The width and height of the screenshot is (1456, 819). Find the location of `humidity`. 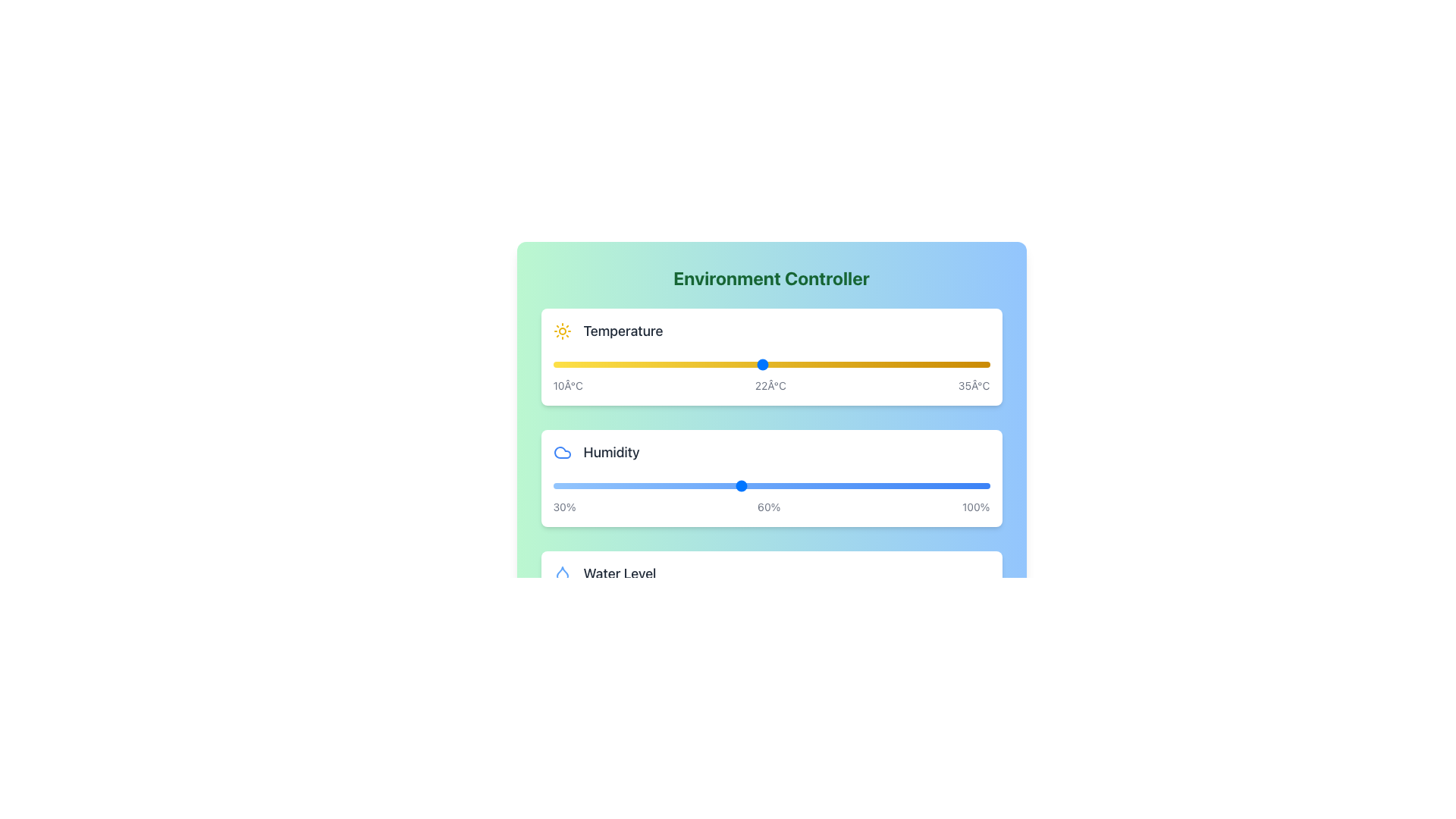

humidity is located at coordinates (740, 485).